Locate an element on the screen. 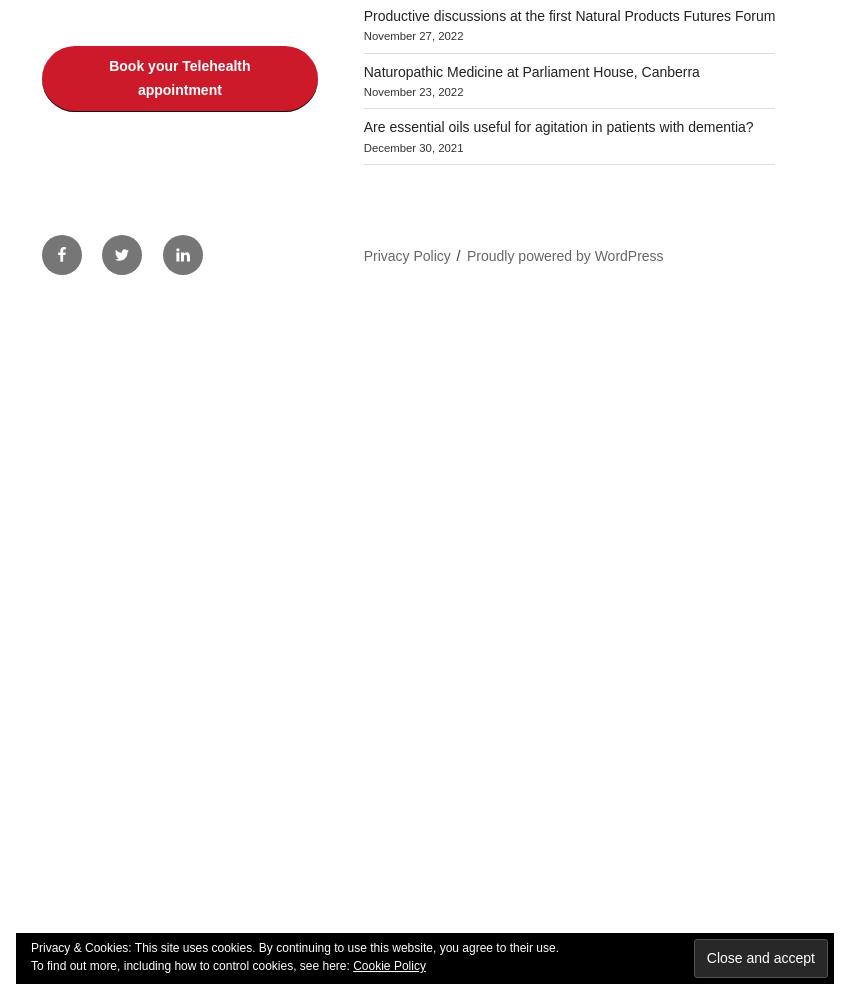  'To find out more, including how to control cookies, see here:' is located at coordinates (191, 965).